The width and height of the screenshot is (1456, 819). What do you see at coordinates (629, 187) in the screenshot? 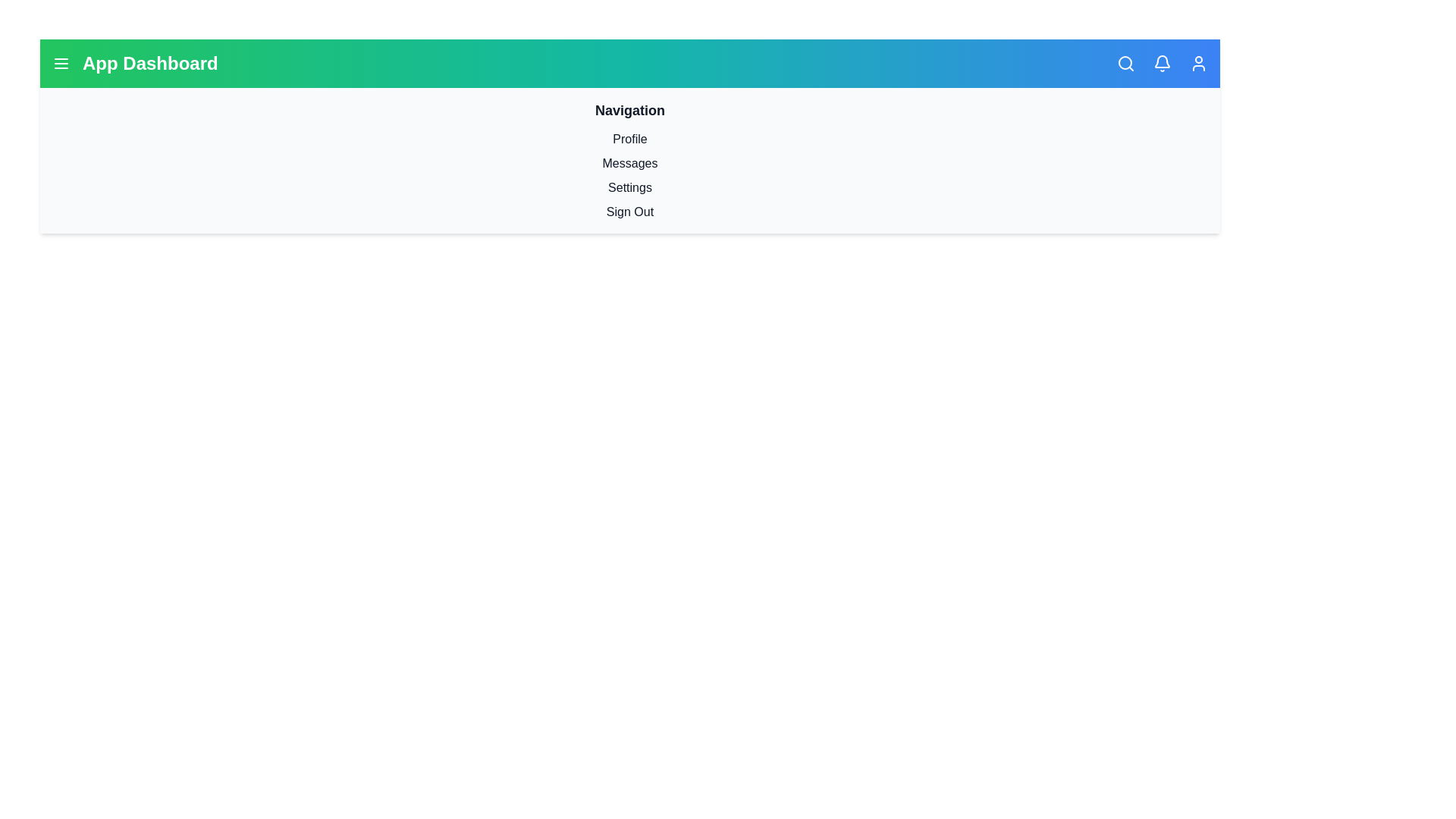
I see `the menu item Settings to observe its hover effect` at bounding box center [629, 187].